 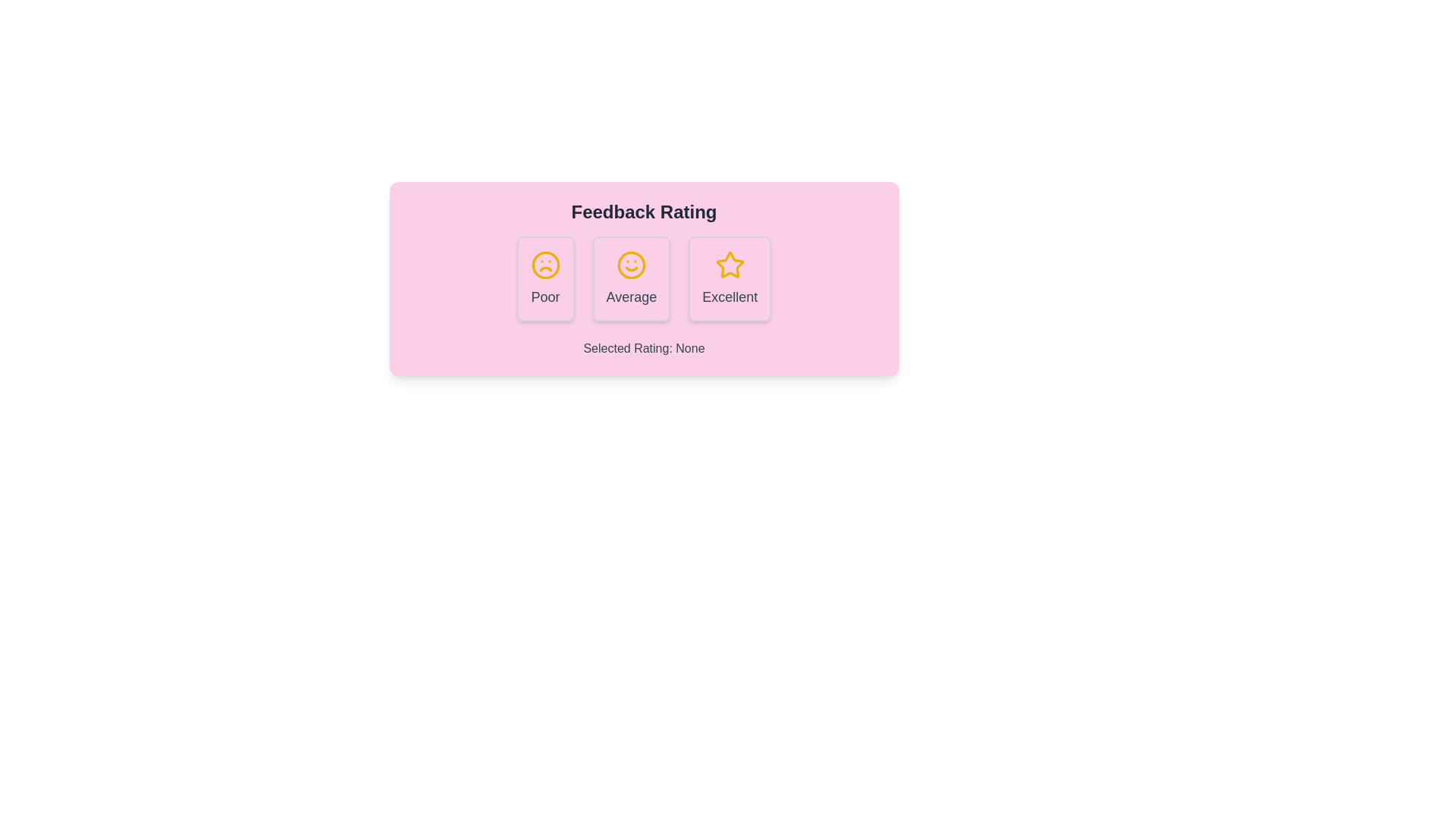 What do you see at coordinates (730, 278) in the screenshot?
I see `the 'Excellent' feedback button, which is the third option in the feedback rating section located beneath the text 'Feedback Rating'` at bounding box center [730, 278].